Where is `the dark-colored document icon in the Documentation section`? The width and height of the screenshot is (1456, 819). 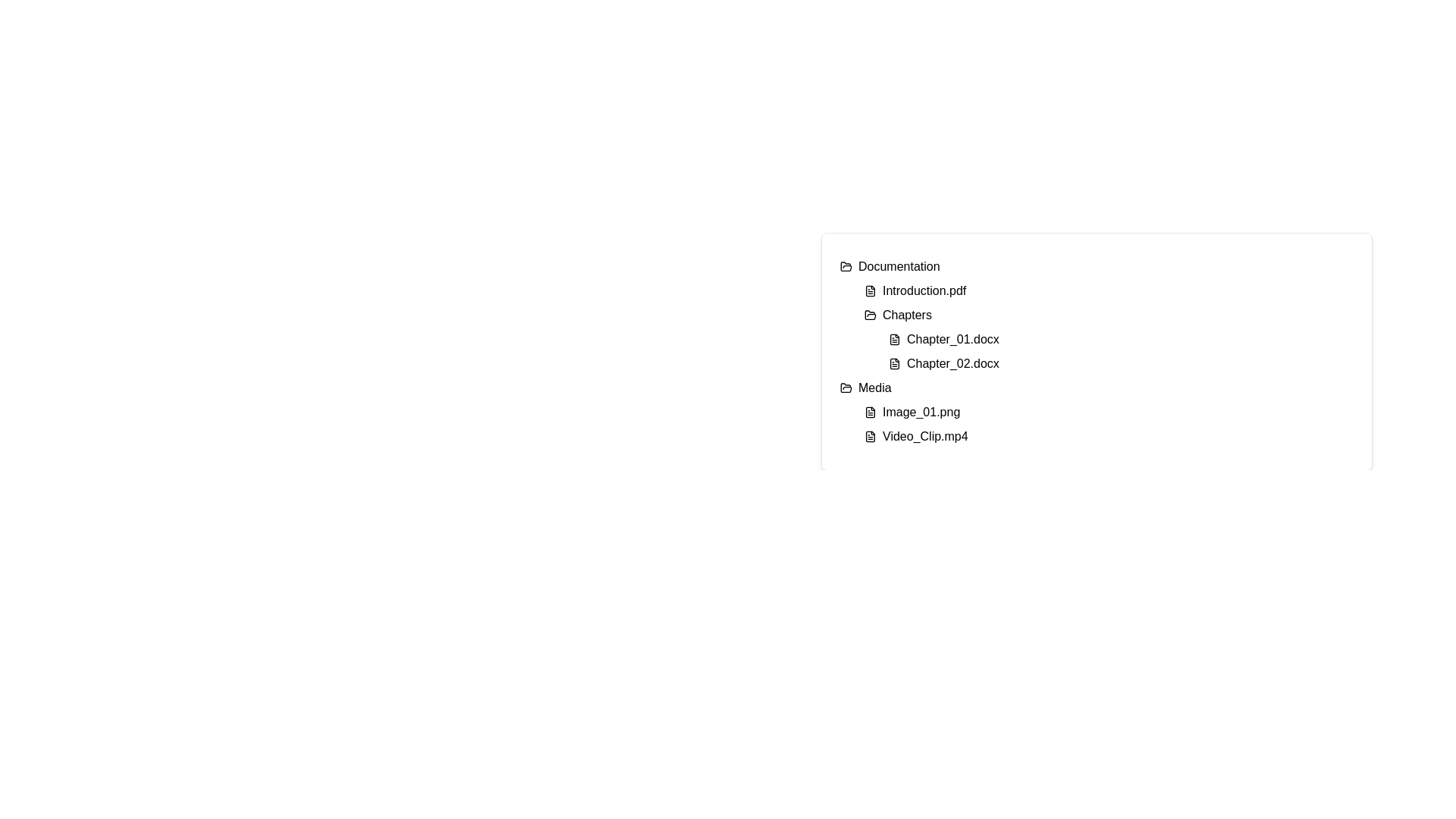
the dark-colored document icon in the Documentation section is located at coordinates (895, 338).